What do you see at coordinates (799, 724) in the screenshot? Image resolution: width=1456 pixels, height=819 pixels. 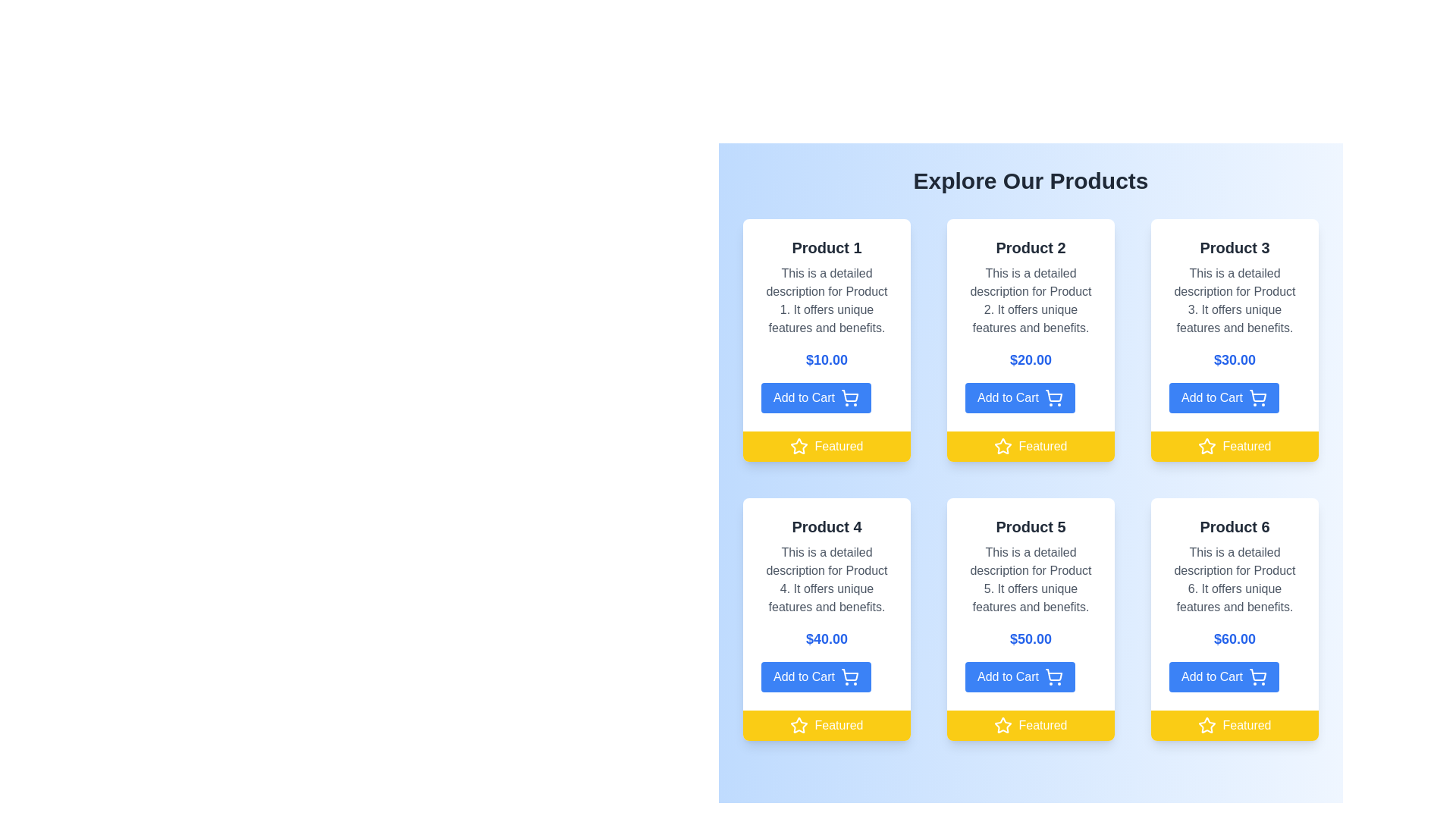 I see `the styling of the star graphic icon located beneath the 'Add to Cart' button for 'Product 4' in the yellow 'Featured' bar` at bounding box center [799, 724].